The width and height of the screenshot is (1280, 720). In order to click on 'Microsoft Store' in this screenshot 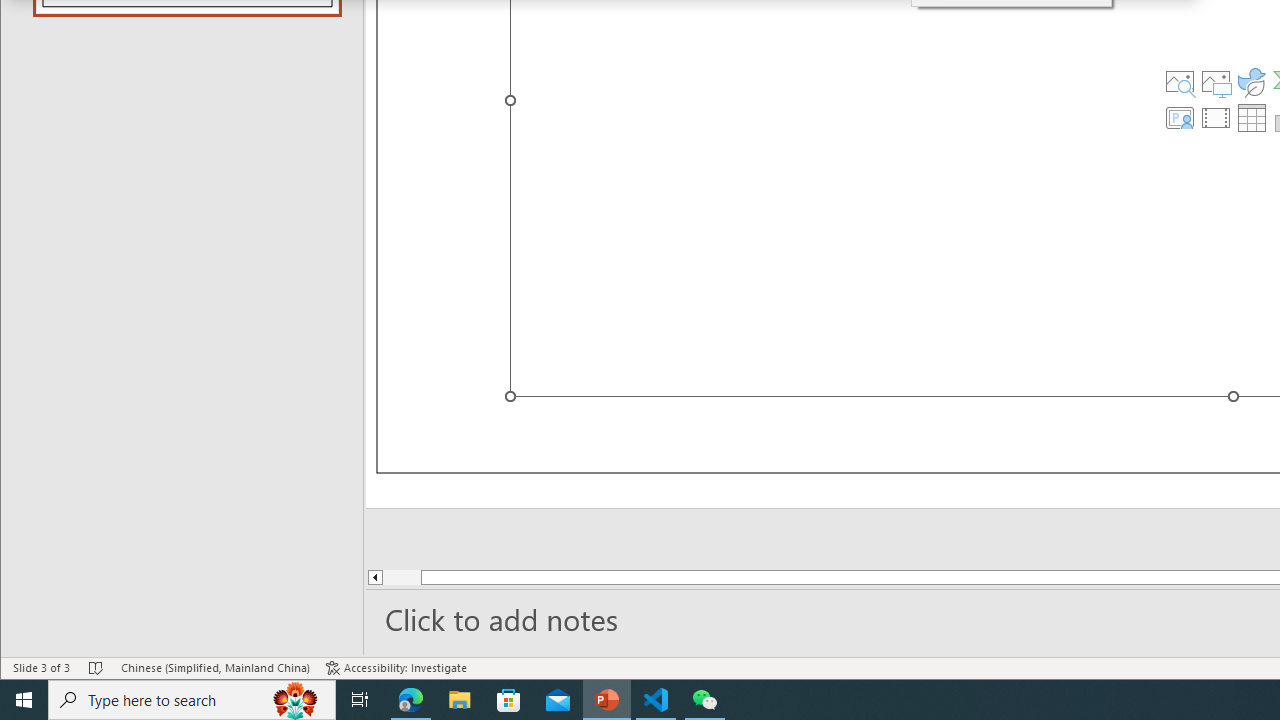, I will do `click(509, 698)`.